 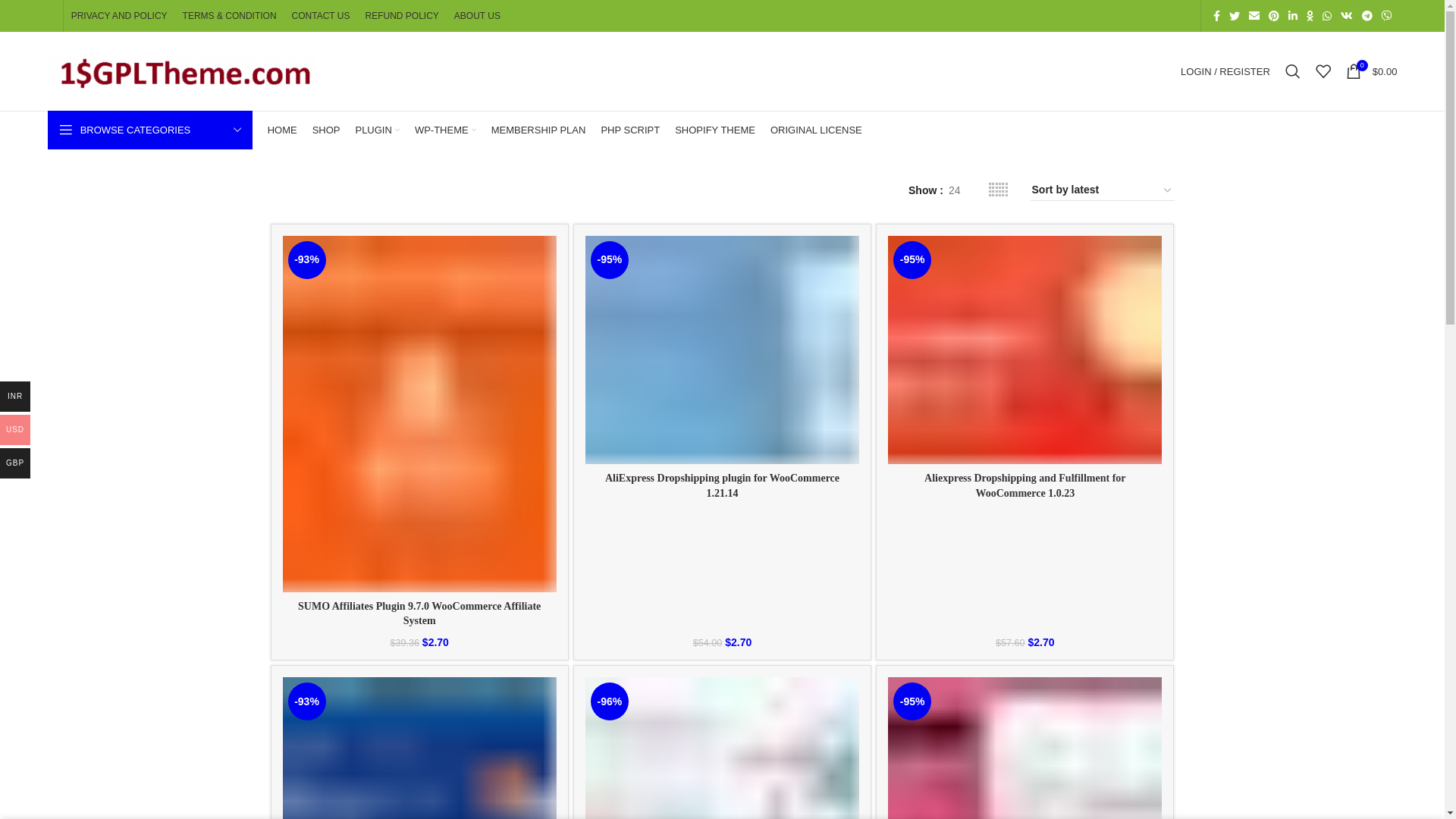 What do you see at coordinates (600, 130) in the screenshot?
I see `'PHP SCRIPT'` at bounding box center [600, 130].